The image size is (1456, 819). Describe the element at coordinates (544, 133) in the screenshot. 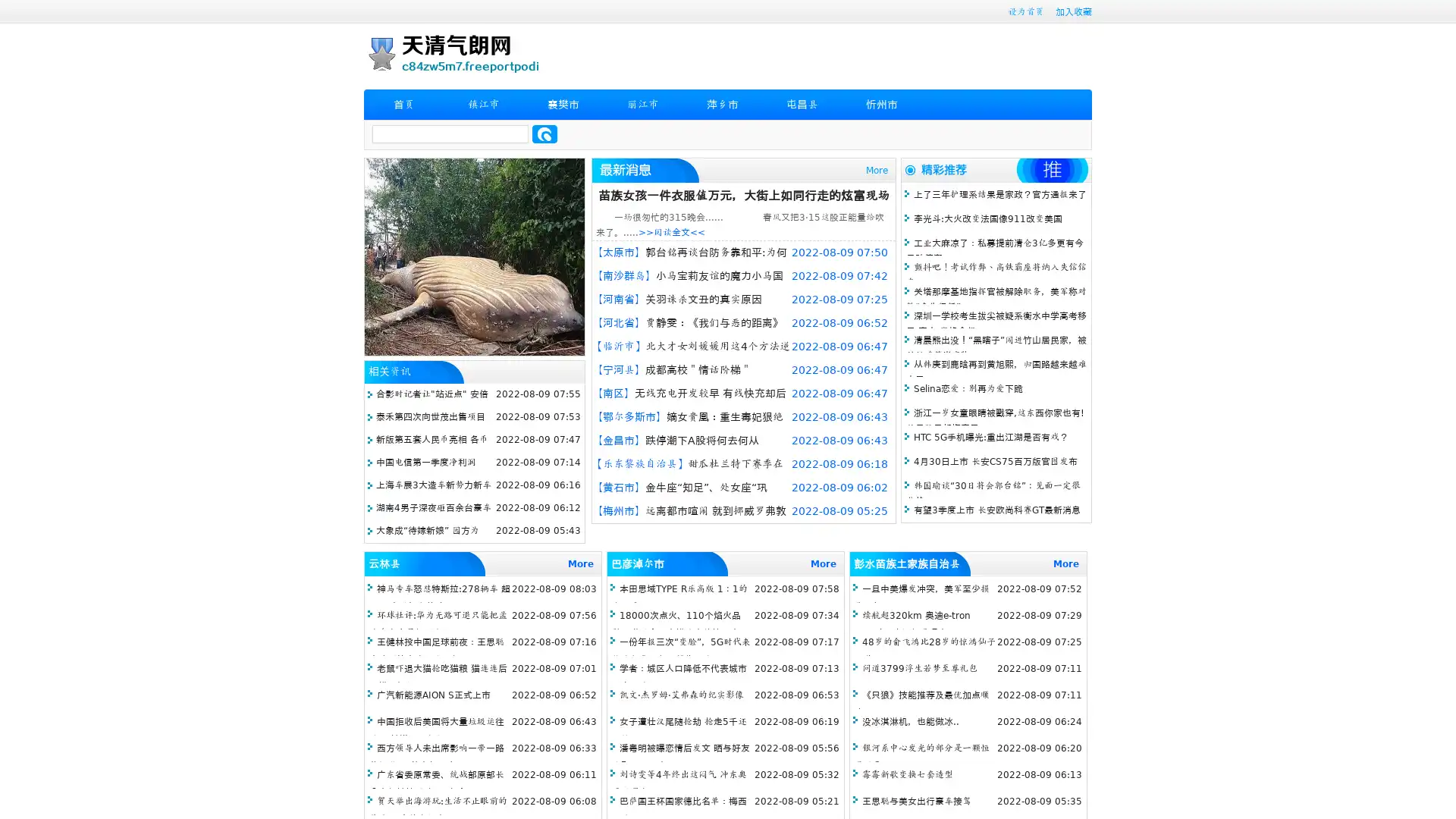

I see `Search` at that location.